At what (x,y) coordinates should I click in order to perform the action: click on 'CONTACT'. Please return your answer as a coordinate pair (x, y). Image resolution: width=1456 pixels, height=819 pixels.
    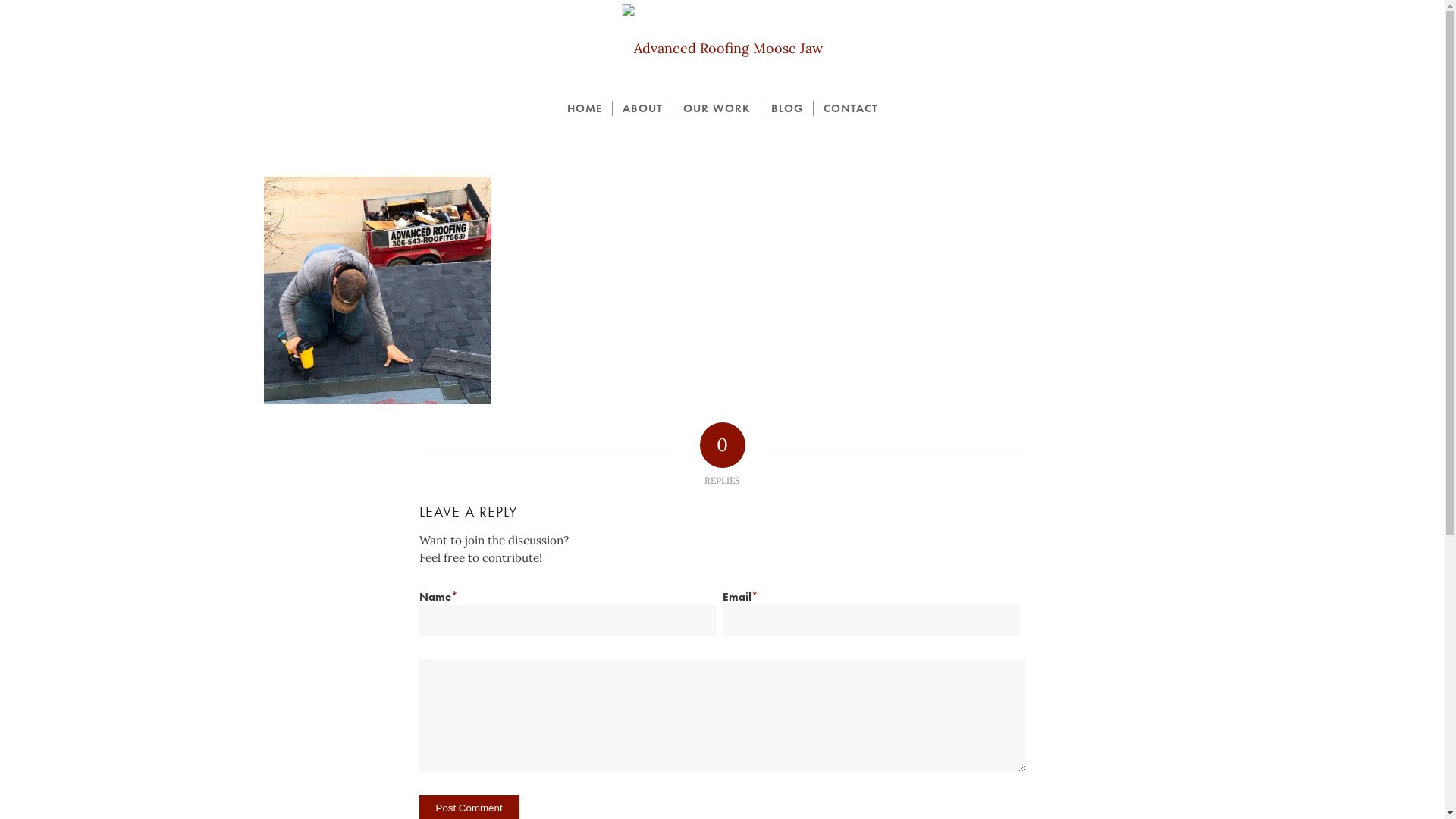
    Looking at the image, I should click on (850, 107).